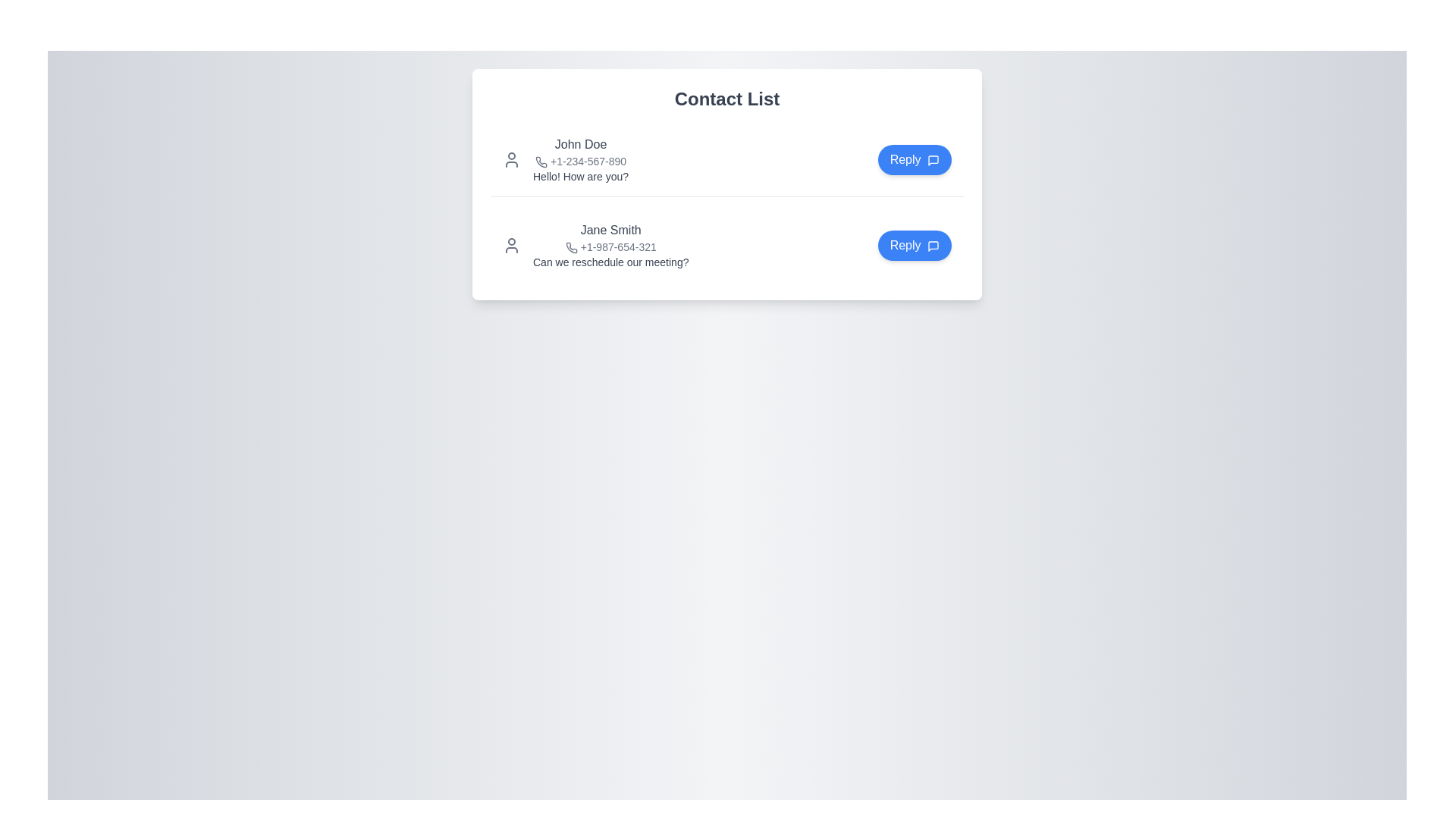 Image resolution: width=1456 pixels, height=819 pixels. What do you see at coordinates (726, 99) in the screenshot?
I see `the static text label heading that indicates the 'Contact List', positioned at the center of the page above the contact list` at bounding box center [726, 99].